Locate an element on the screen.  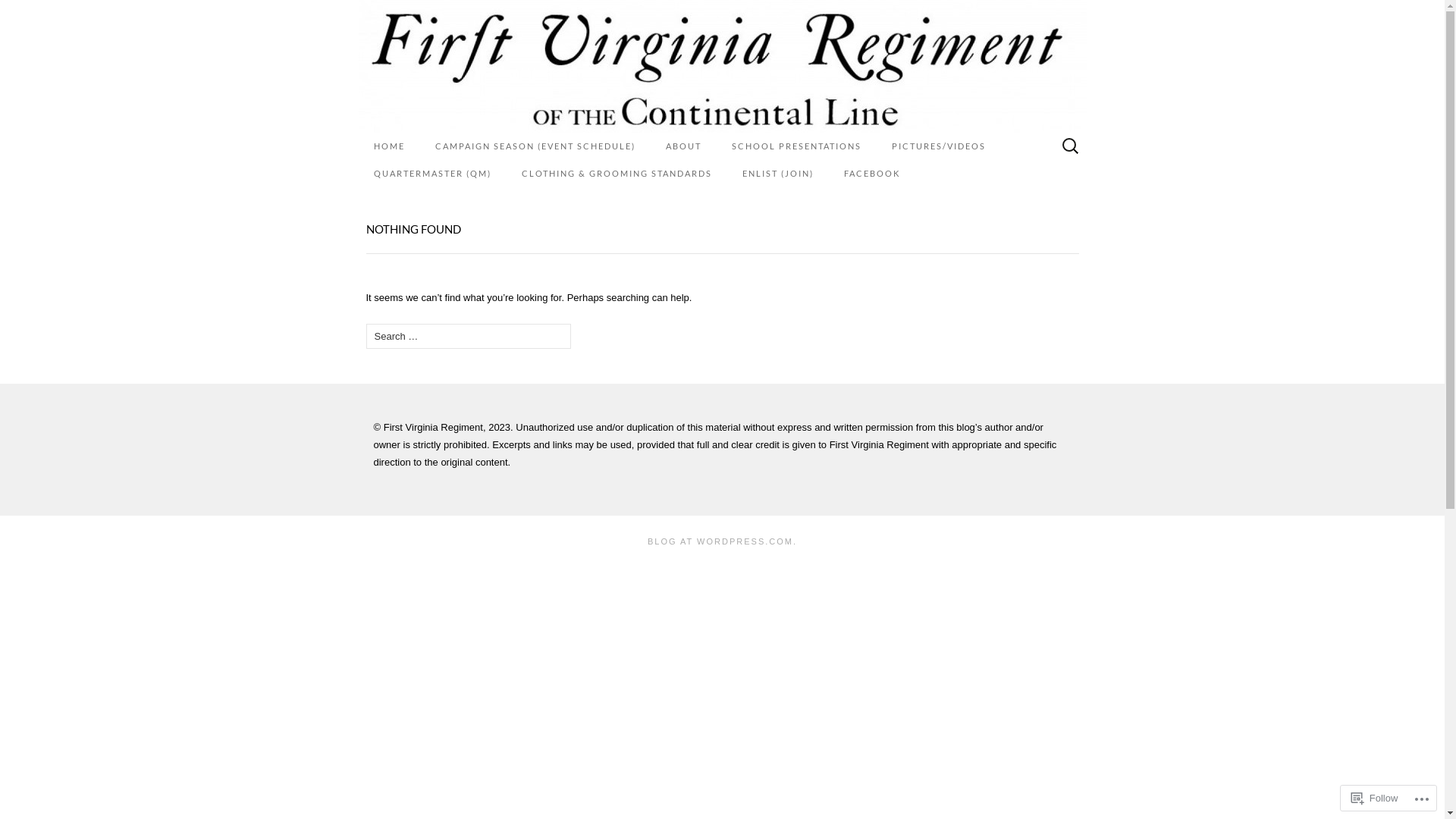
'ENLIST (JOIN)' is located at coordinates (777, 172).